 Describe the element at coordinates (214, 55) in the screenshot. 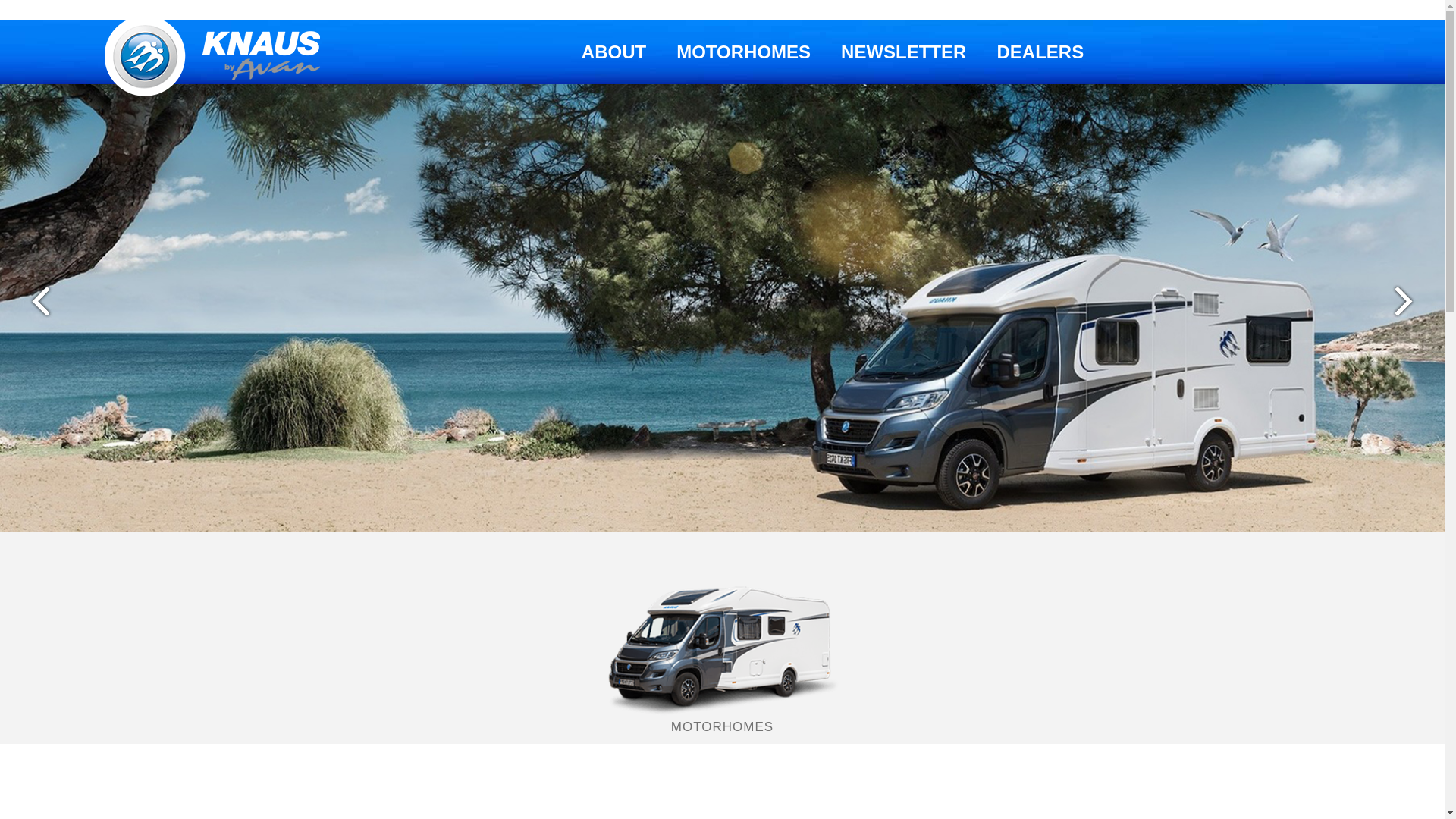

I see `'Knaus Australia'` at that location.